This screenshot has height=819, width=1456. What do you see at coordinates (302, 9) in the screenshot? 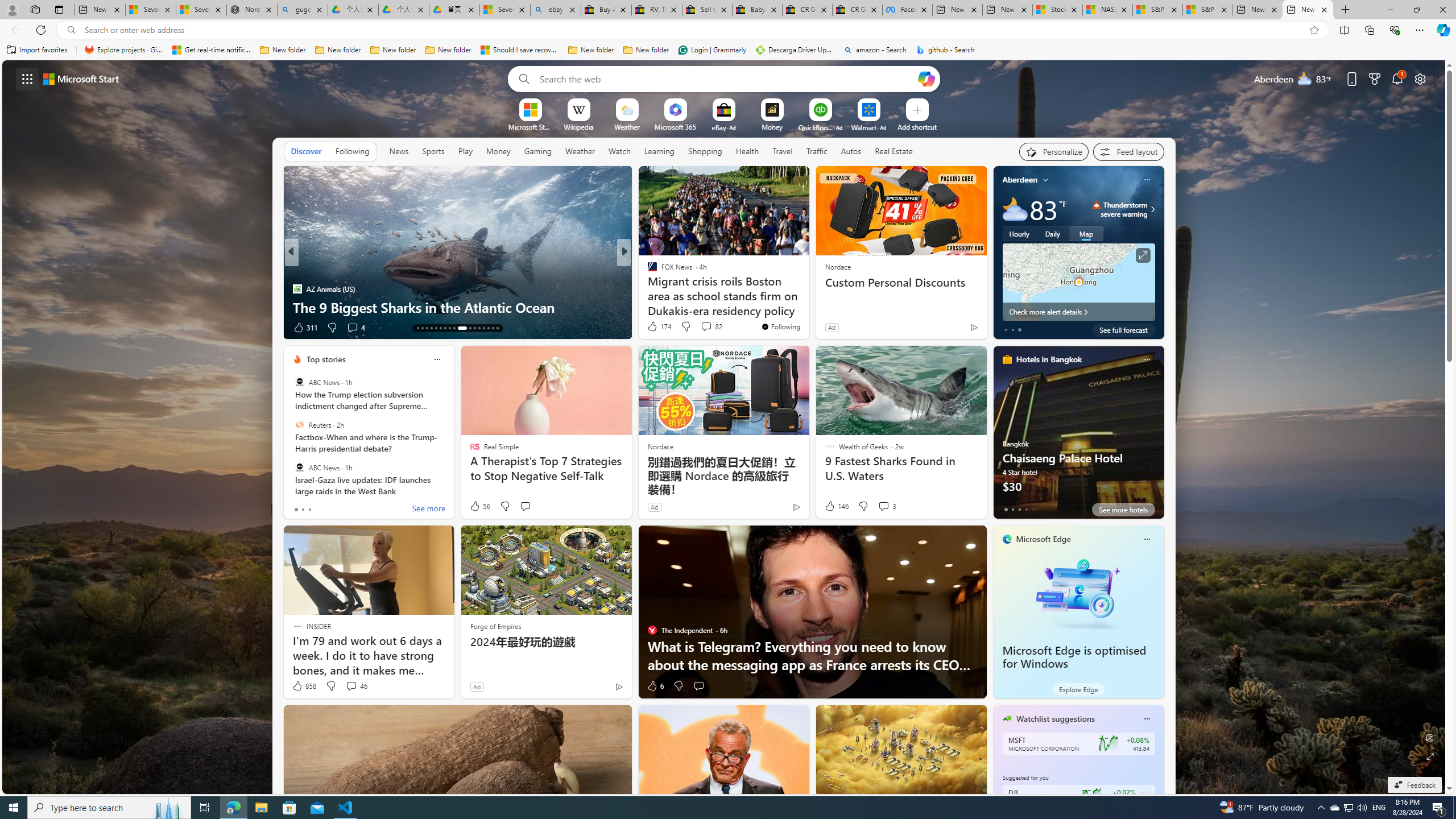
I see `'guge yunpan - Search'` at bounding box center [302, 9].